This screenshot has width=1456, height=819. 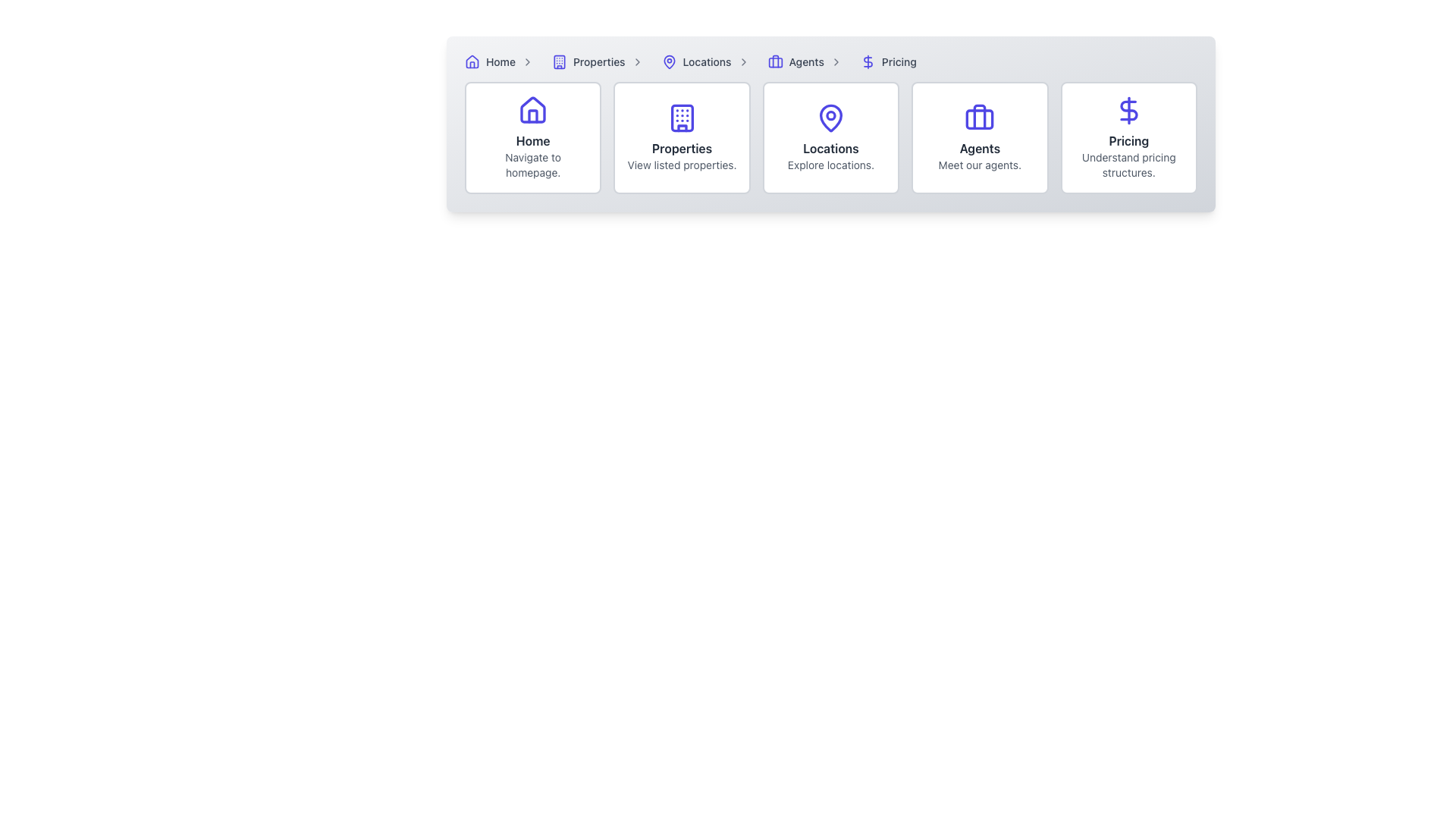 I want to click on the text label displaying 'Explore locations.' which is located directly below the 'Locations' header and is center-aligned within its card, so click(x=830, y=165).